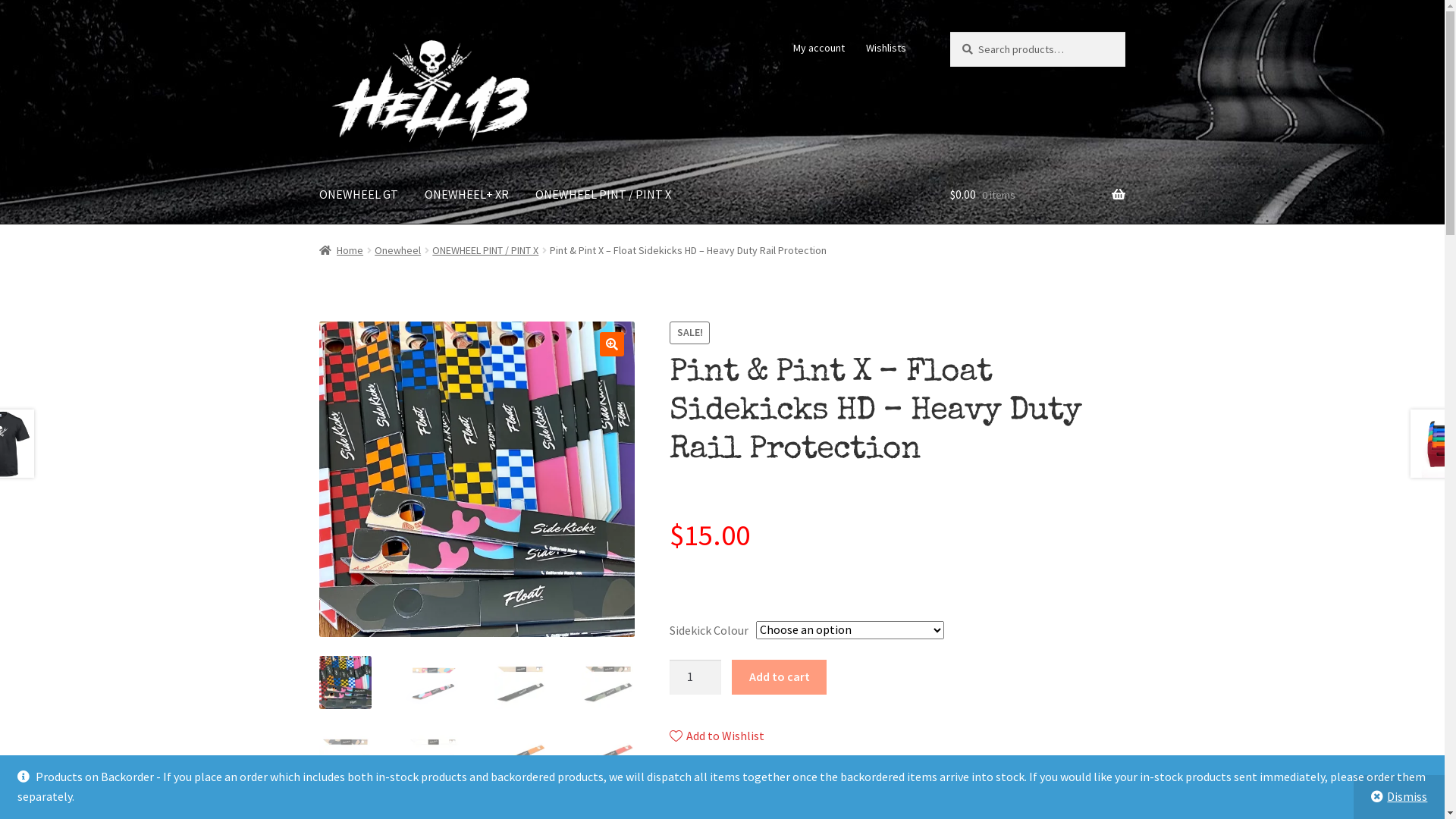  I want to click on 'ONEWHEEL GT', so click(358, 194).